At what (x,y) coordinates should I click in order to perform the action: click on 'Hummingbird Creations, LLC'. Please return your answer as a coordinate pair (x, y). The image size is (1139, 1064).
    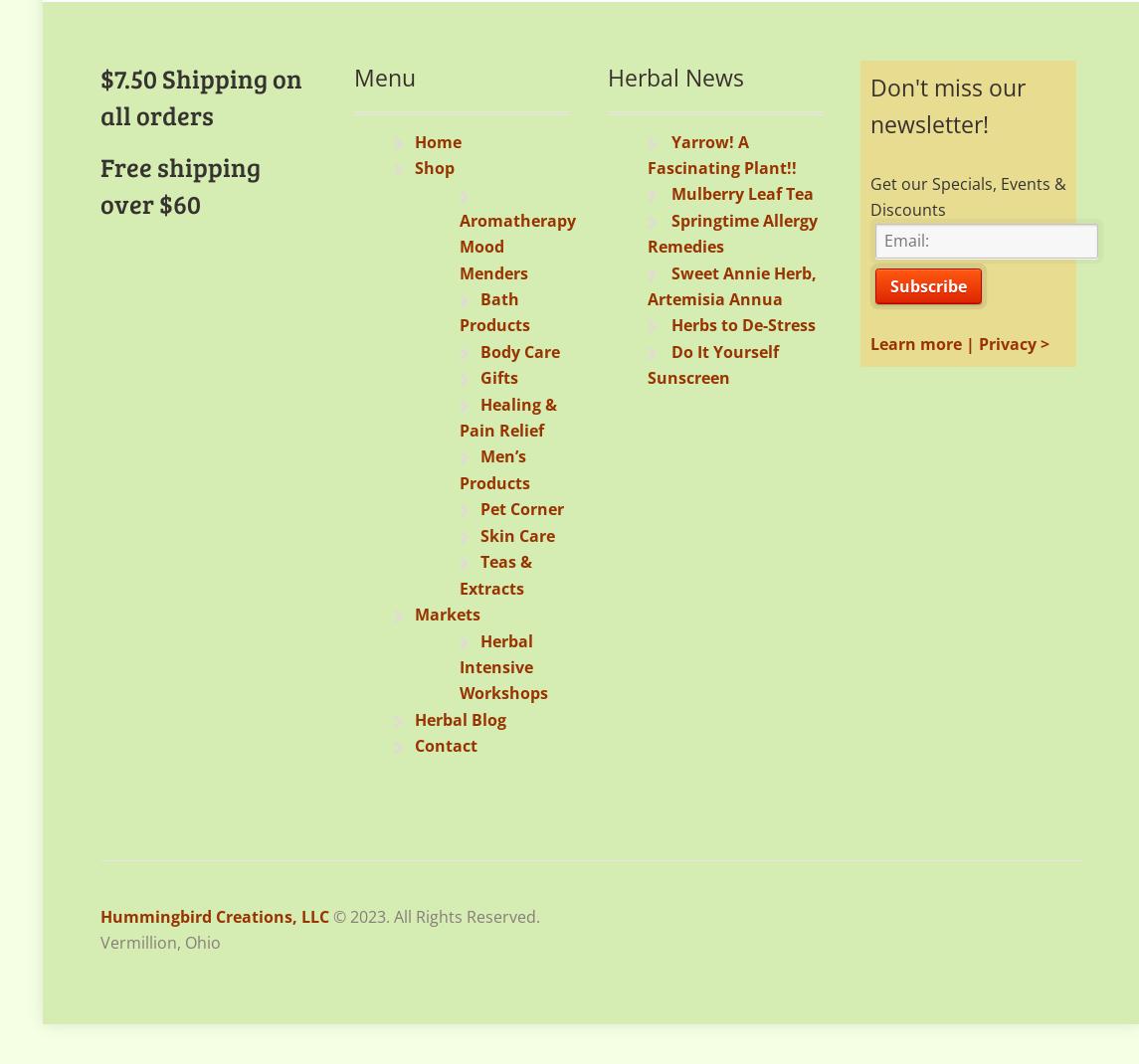
    Looking at the image, I should click on (213, 914).